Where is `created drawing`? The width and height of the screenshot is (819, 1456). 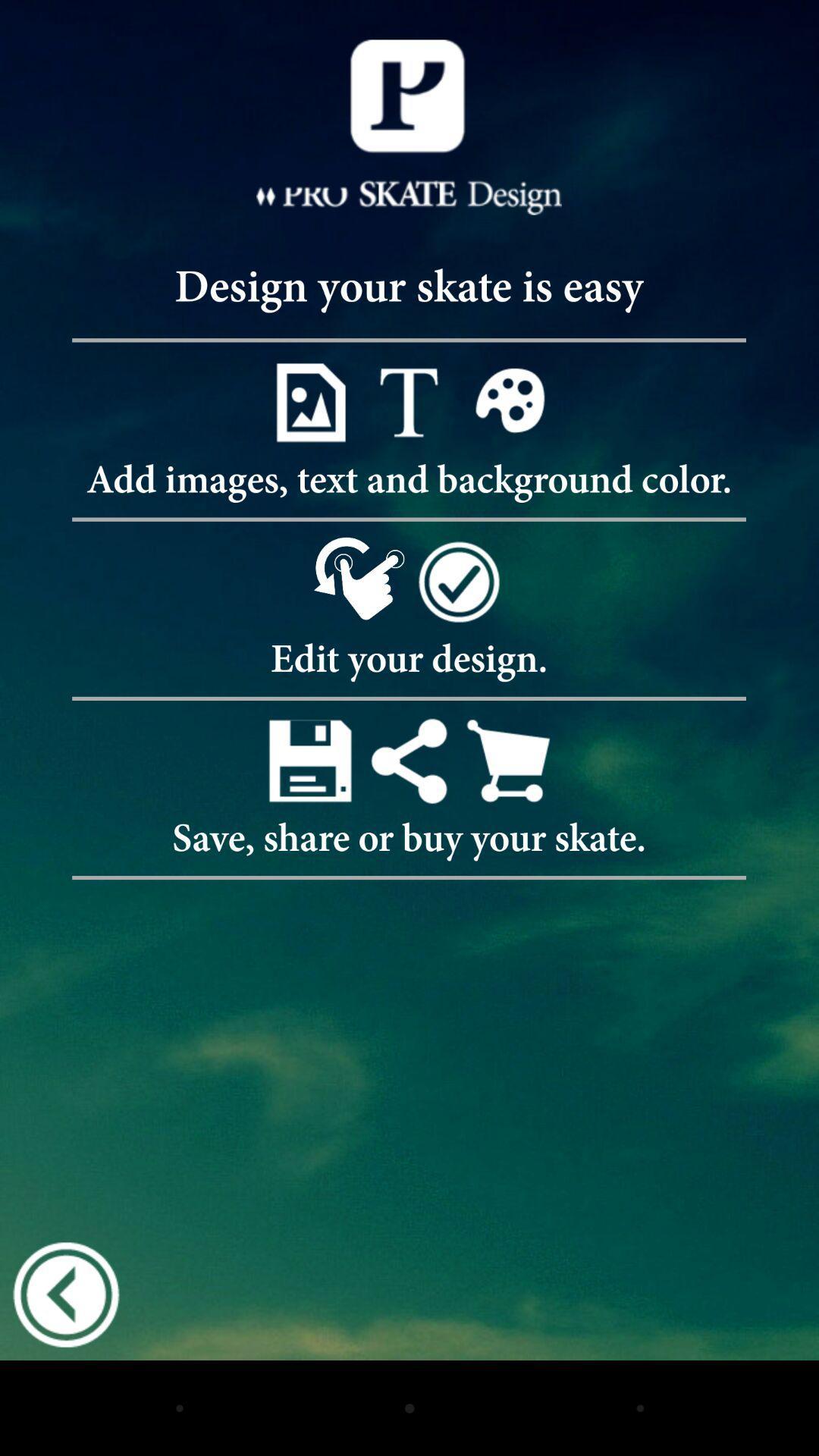
created drawing is located at coordinates (309, 761).